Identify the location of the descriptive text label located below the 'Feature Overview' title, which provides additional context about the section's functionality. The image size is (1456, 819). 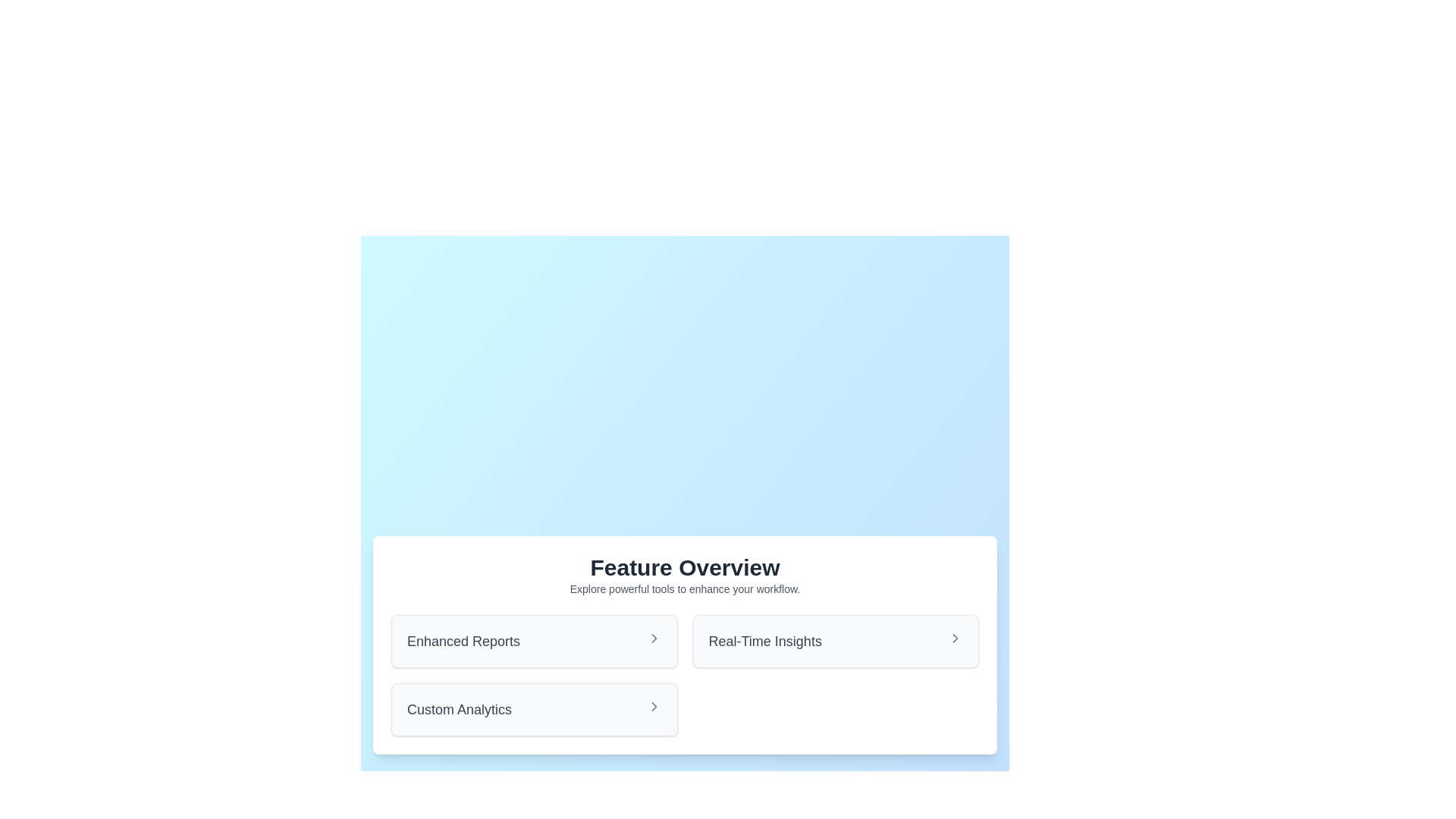
(684, 588).